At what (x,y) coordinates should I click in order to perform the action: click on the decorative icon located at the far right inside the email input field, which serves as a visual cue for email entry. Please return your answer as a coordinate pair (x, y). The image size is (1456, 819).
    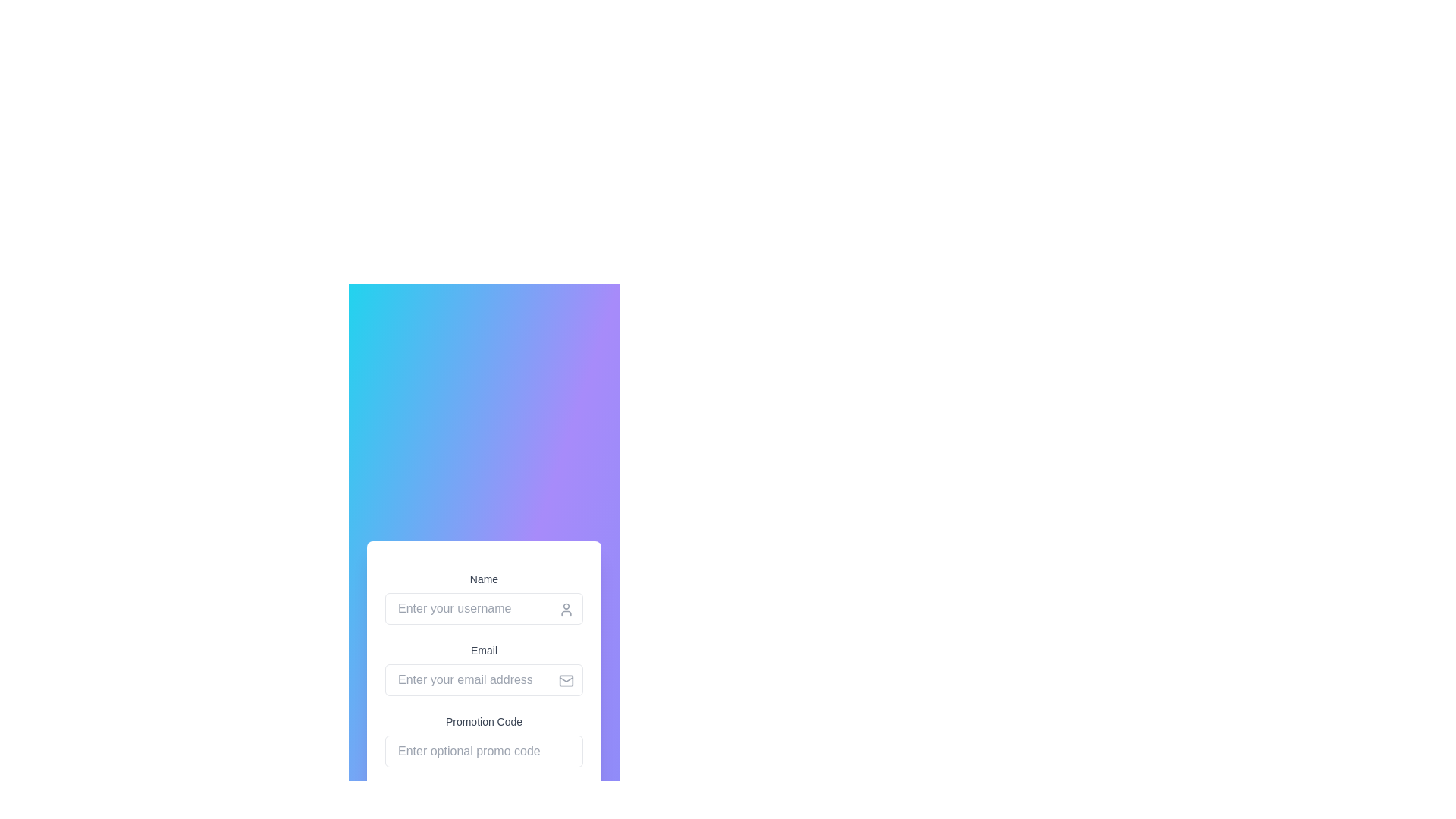
    Looking at the image, I should click on (566, 680).